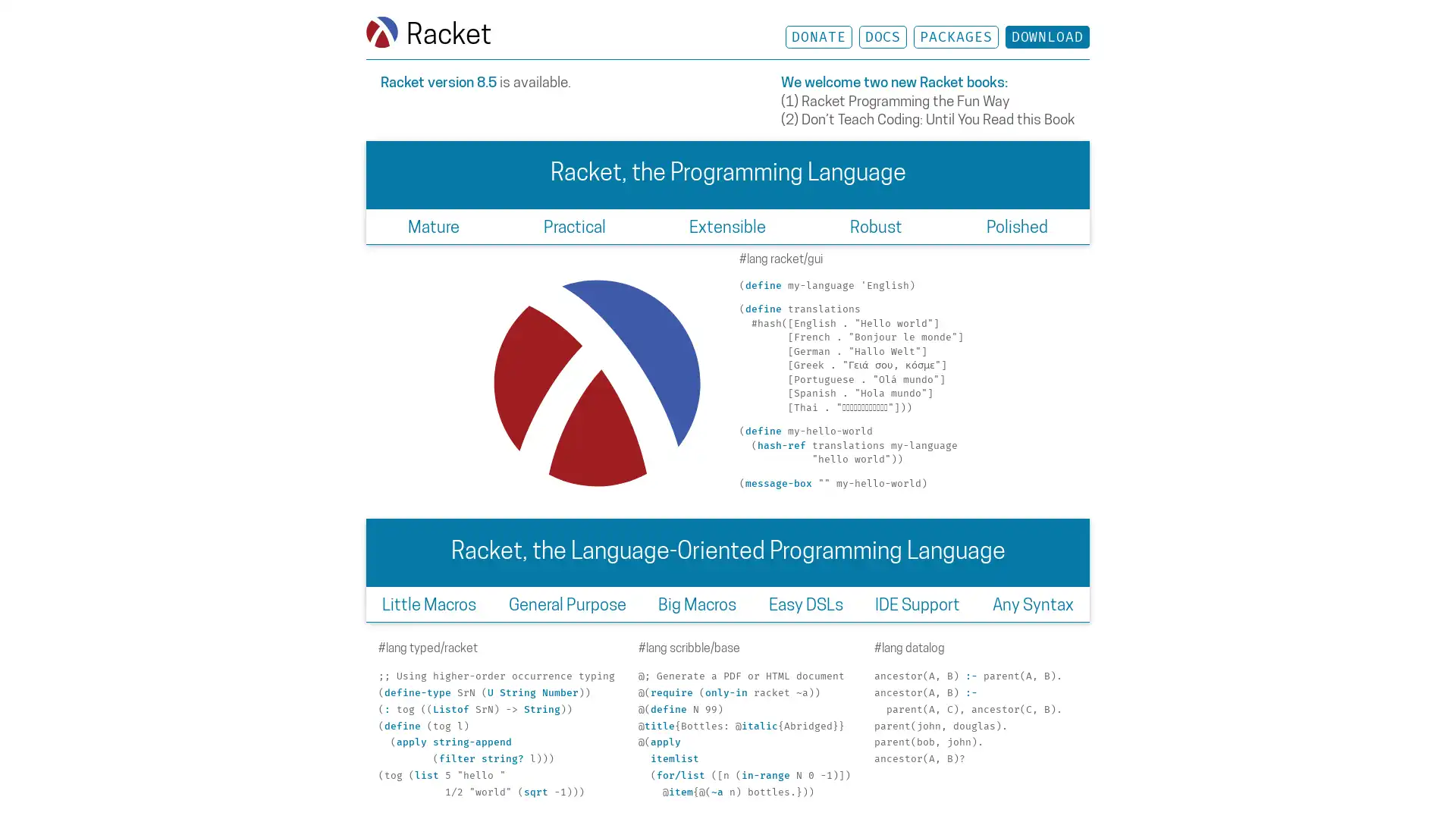 This screenshot has height=819, width=1456. I want to click on Polished, so click(1016, 226).